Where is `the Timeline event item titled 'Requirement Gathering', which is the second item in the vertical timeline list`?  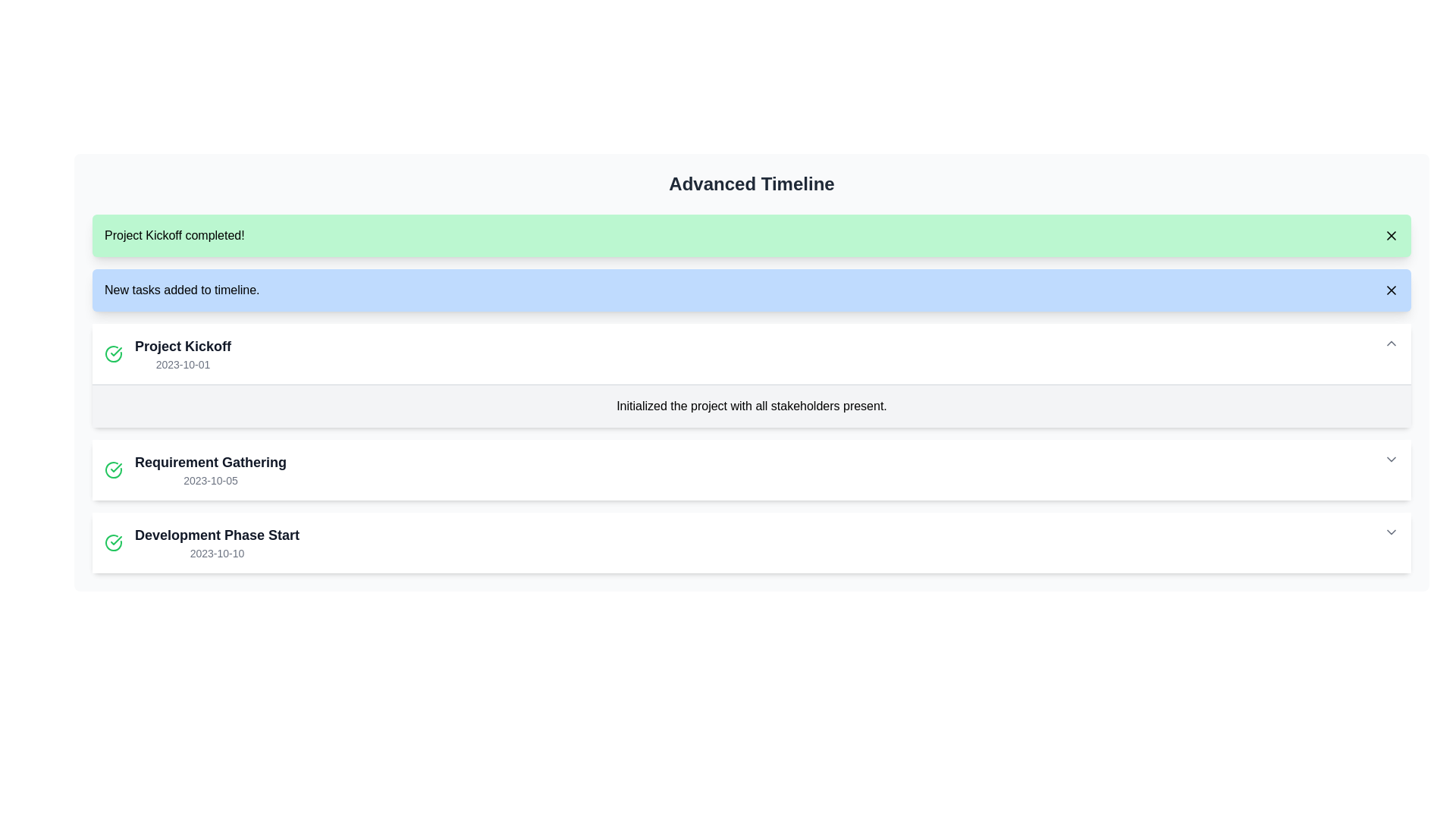 the Timeline event item titled 'Requirement Gathering', which is the second item in the vertical timeline list is located at coordinates (752, 469).